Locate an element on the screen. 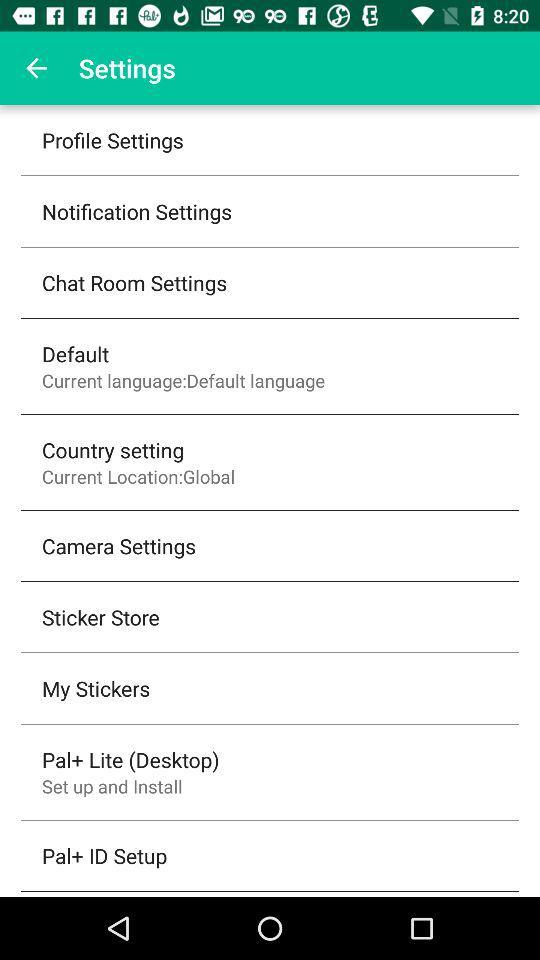 The width and height of the screenshot is (540, 960). profile settings item is located at coordinates (112, 139).